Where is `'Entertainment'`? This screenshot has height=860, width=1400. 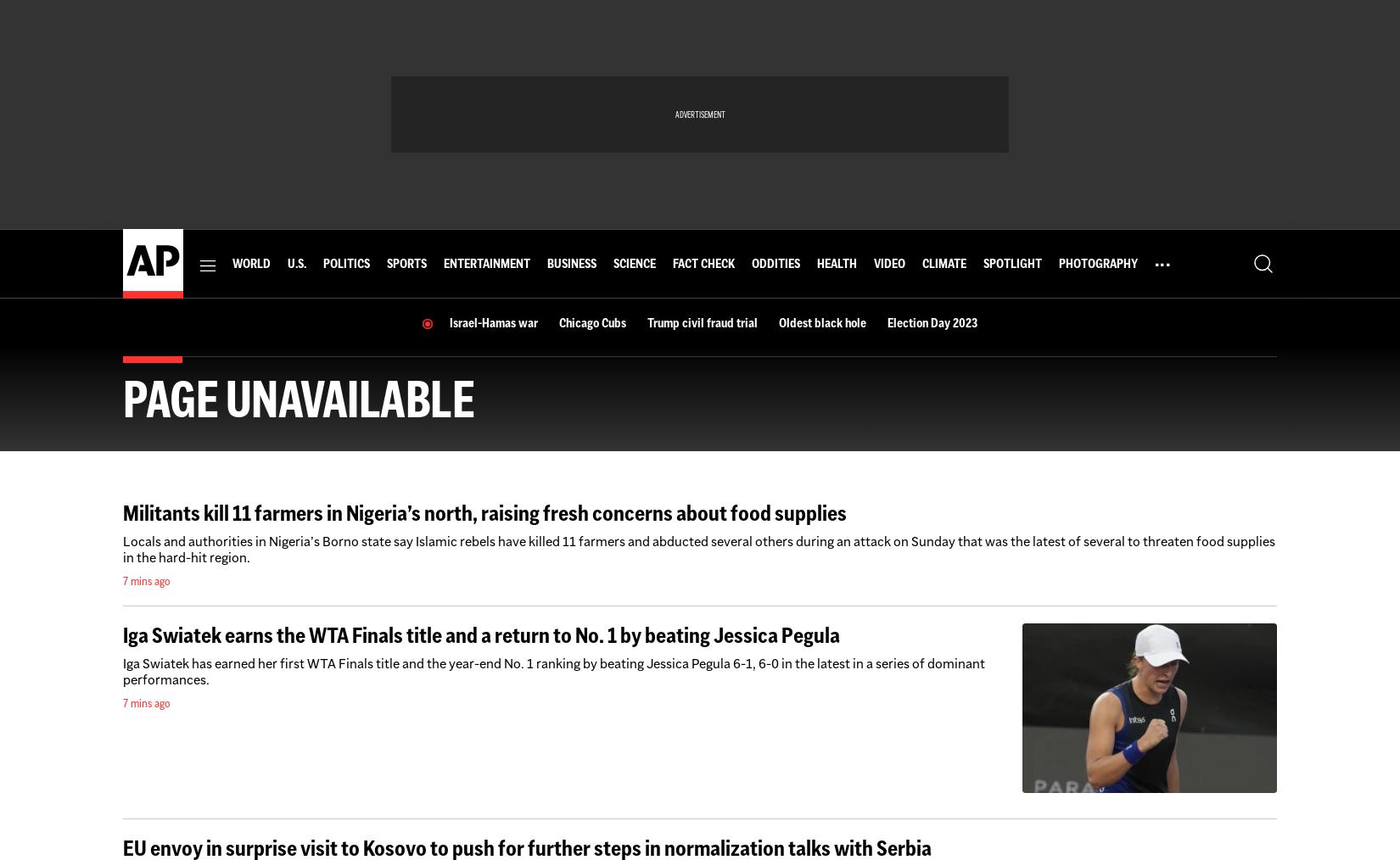 'Entertainment' is located at coordinates (485, 263).